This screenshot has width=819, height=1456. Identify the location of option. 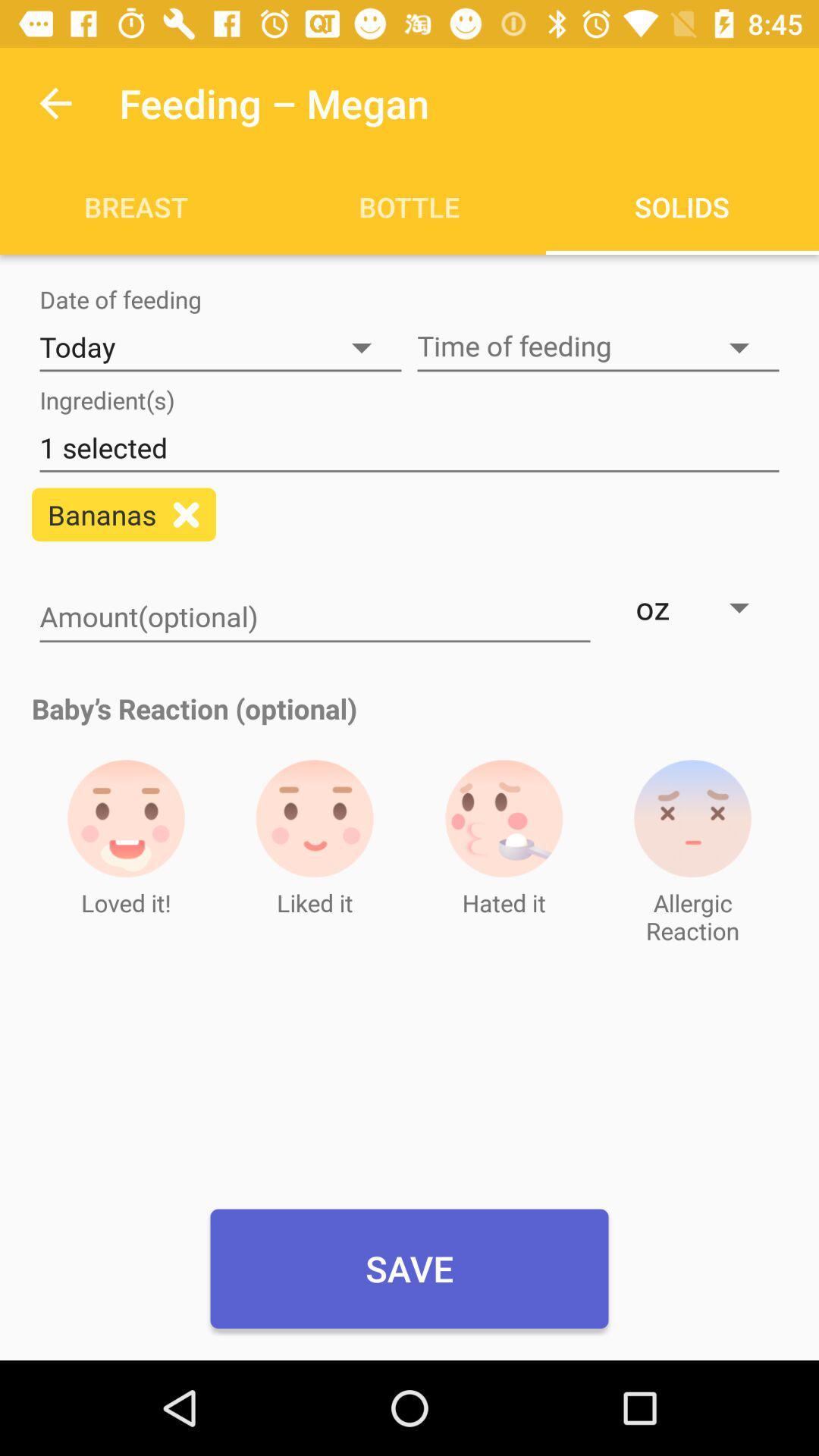
(185, 514).